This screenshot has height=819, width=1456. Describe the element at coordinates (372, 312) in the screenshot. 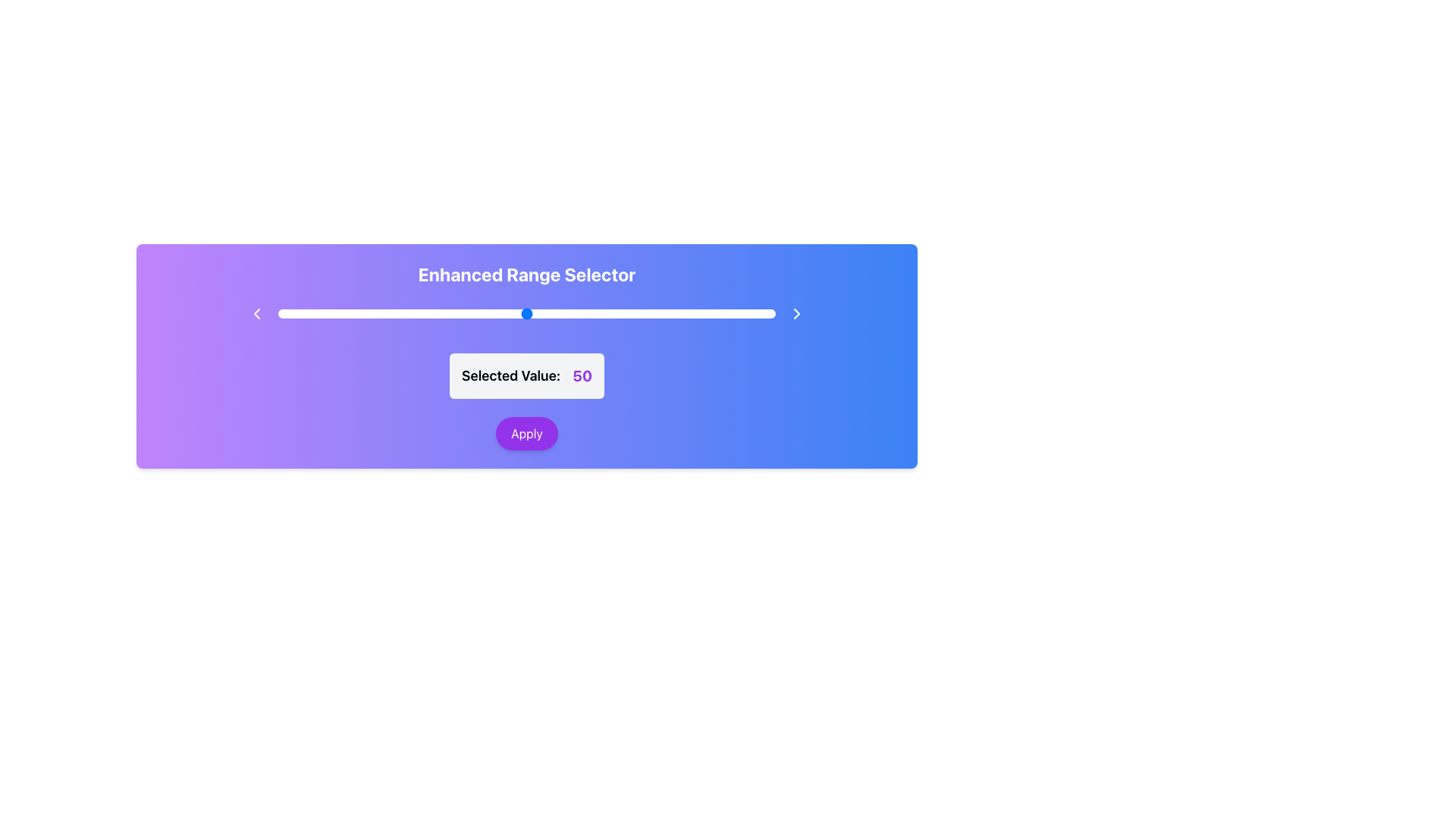

I see `the range slider` at that location.